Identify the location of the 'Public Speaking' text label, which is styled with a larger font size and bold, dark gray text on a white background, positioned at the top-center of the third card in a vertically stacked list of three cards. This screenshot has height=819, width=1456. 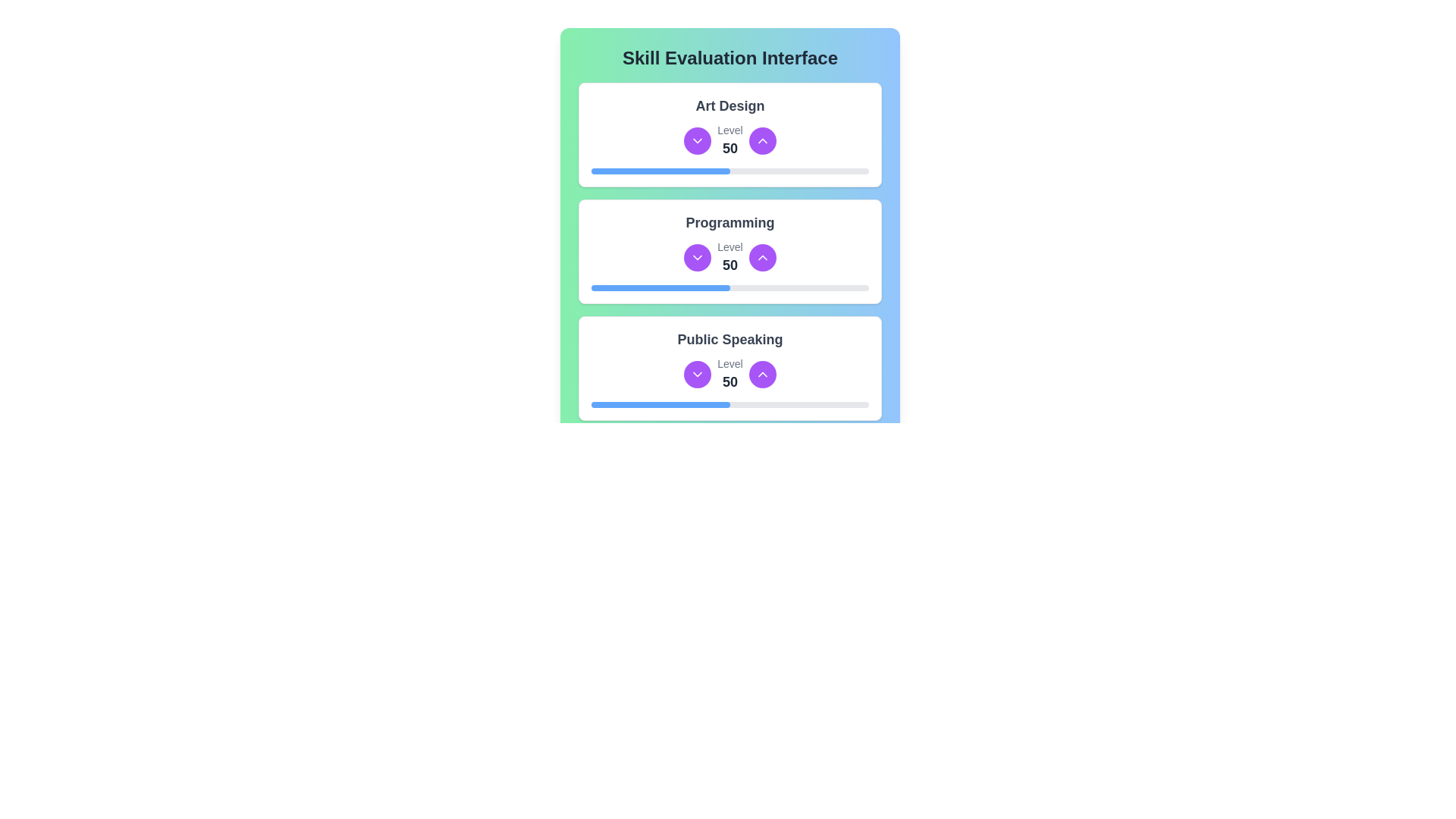
(730, 338).